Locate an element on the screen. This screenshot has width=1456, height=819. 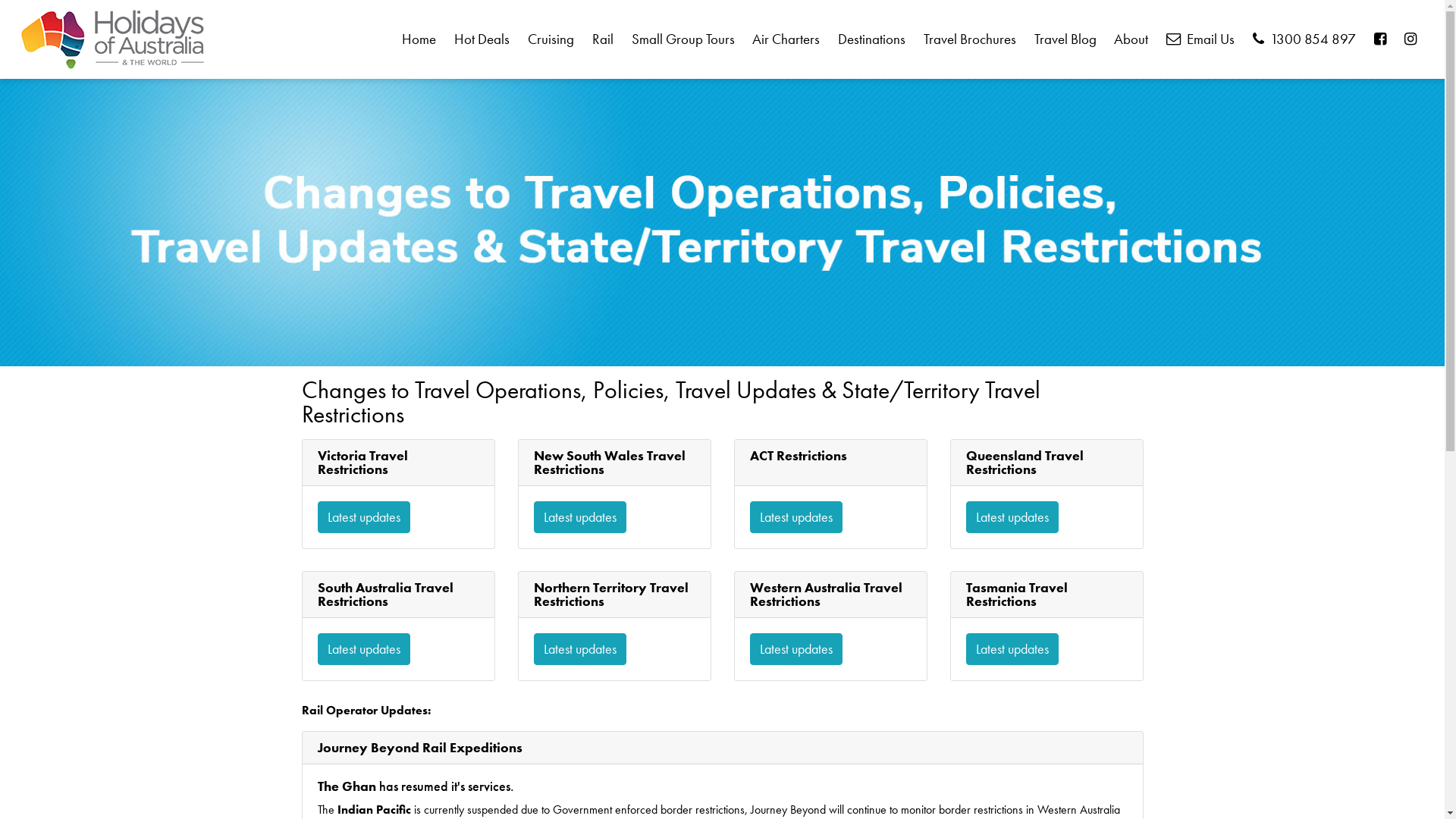
'Rail' is located at coordinates (601, 39).